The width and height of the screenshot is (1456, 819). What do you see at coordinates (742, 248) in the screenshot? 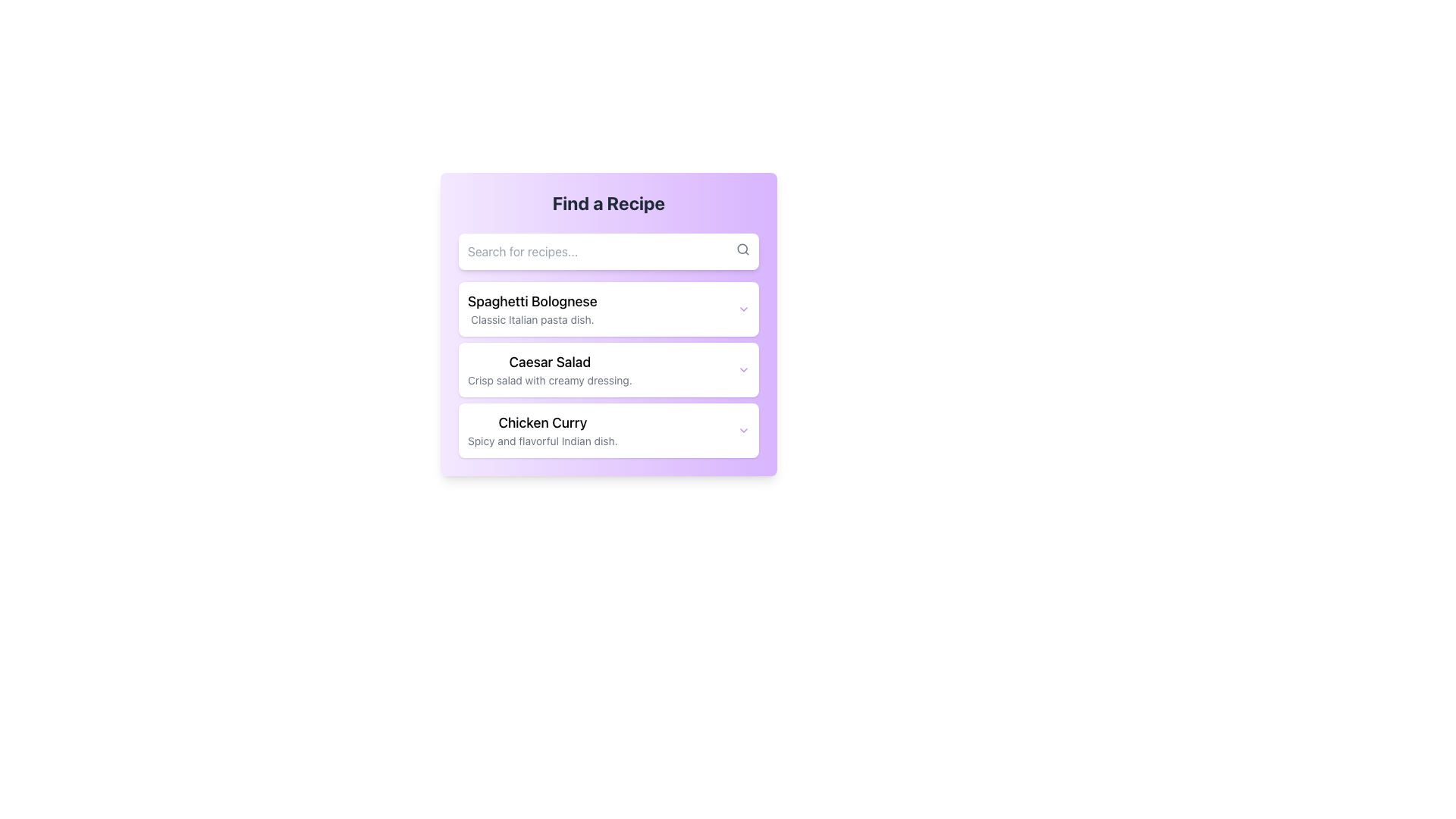
I see `the search icon located on the right side inside the search input field at the top of the interface to initiate a search operation` at bounding box center [742, 248].